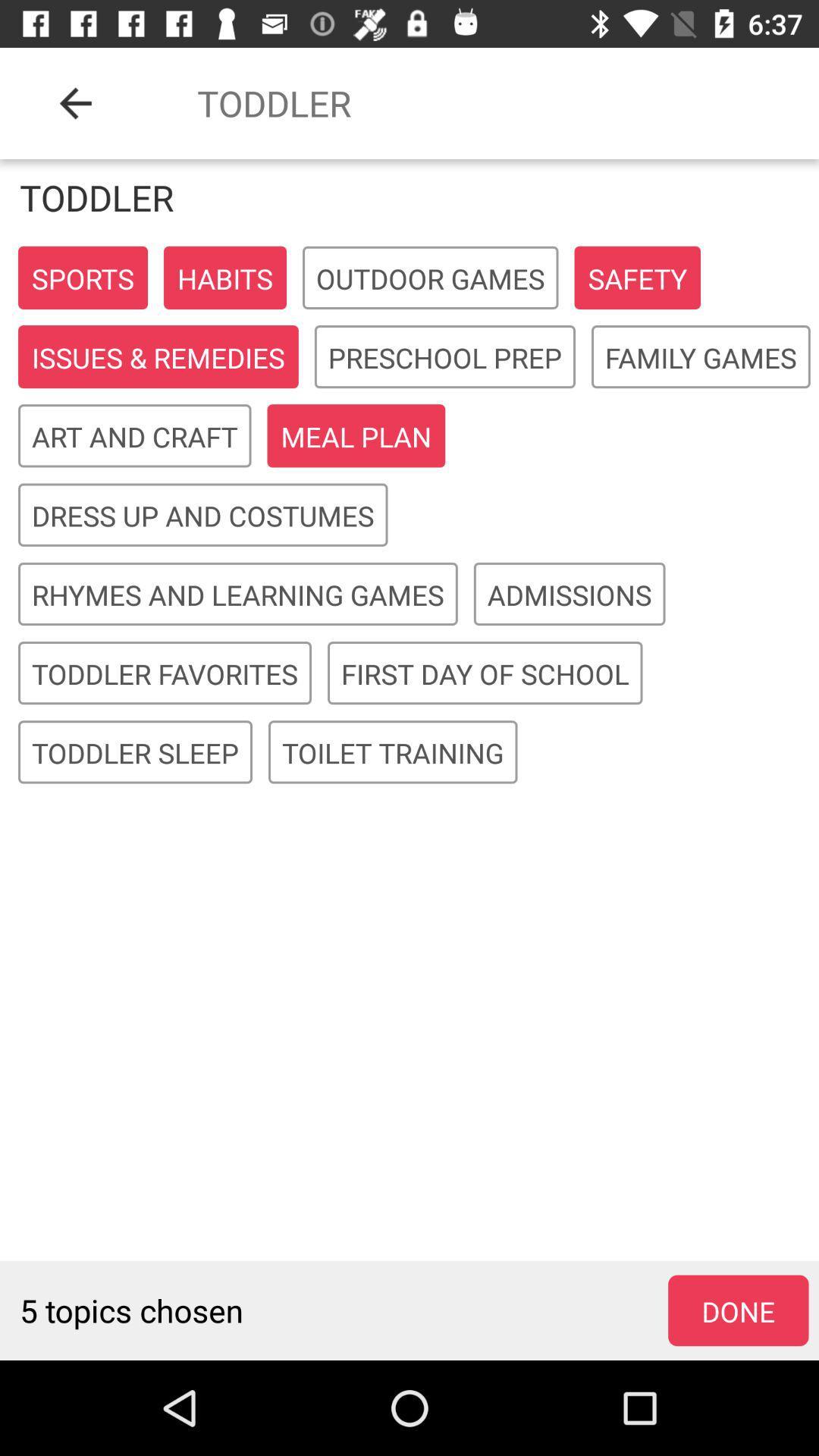 This screenshot has height=1456, width=819. What do you see at coordinates (485, 673) in the screenshot?
I see `first day of` at bounding box center [485, 673].